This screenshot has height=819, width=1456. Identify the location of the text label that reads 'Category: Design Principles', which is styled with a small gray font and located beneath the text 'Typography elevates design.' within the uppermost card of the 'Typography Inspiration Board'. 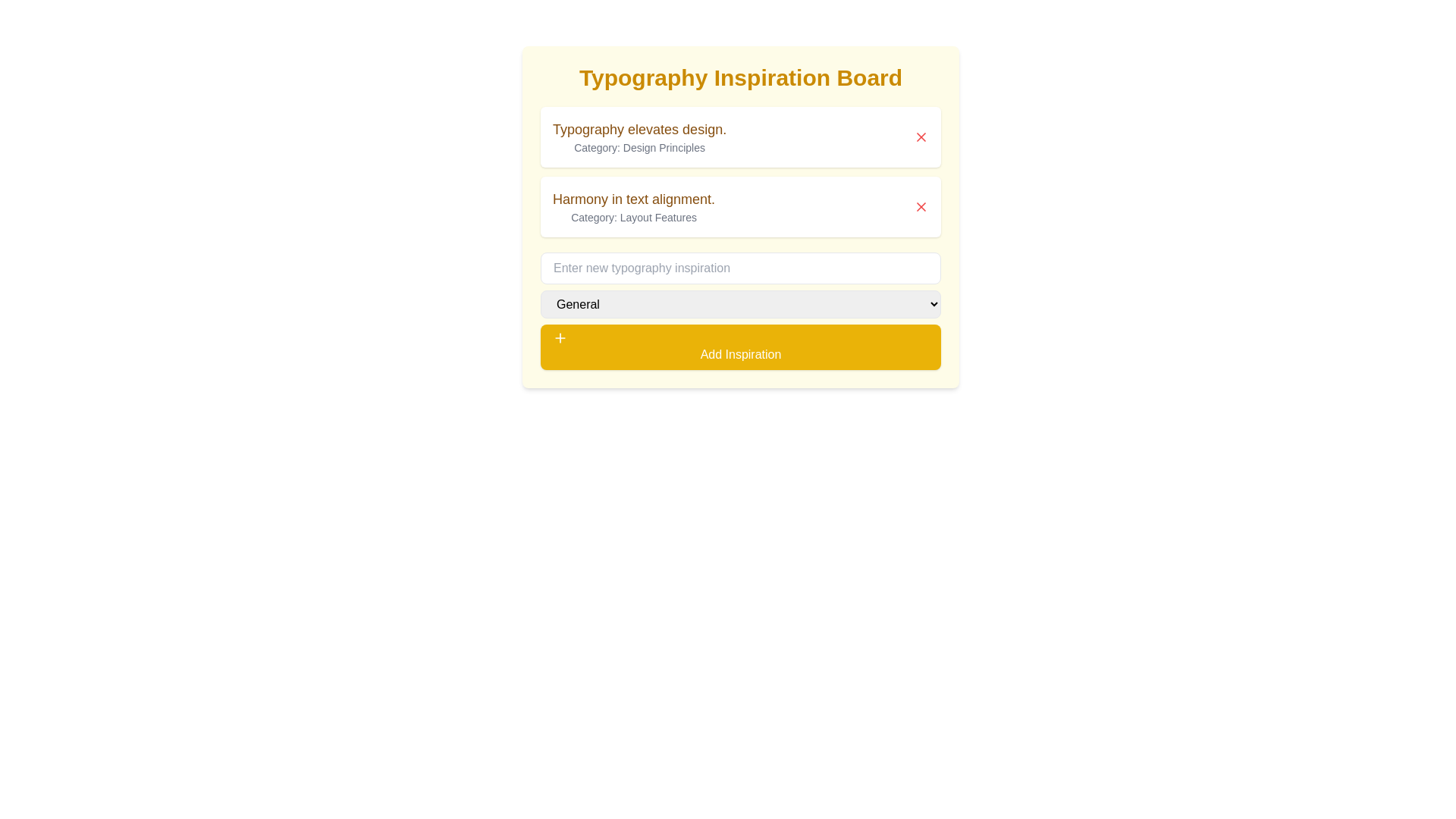
(639, 148).